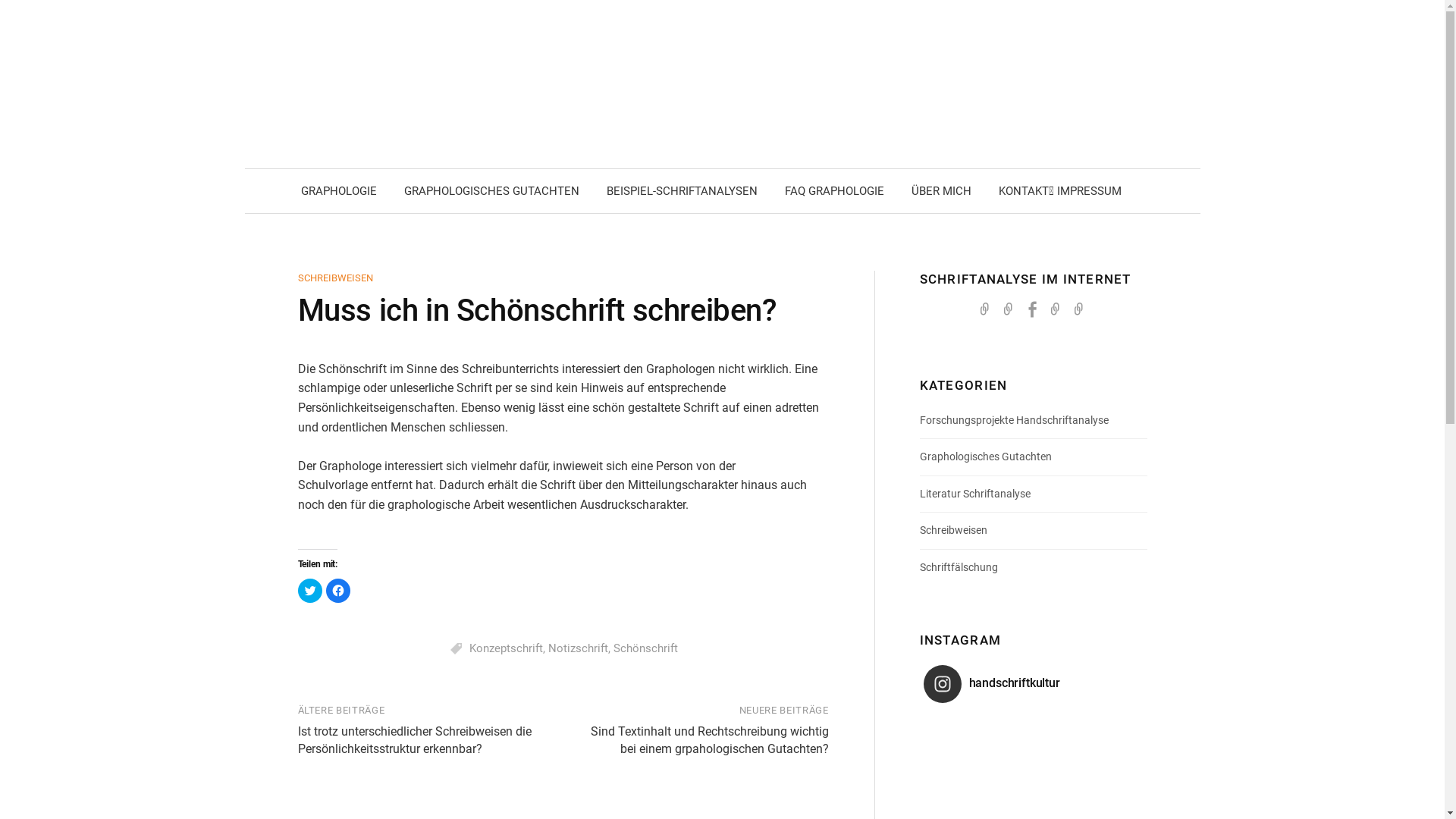 The image size is (1456, 819). What do you see at coordinates (491, 190) in the screenshot?
I see `'GRAPHOLOGISCHES GUTACHTEN'` at bounding box center [491, 190].